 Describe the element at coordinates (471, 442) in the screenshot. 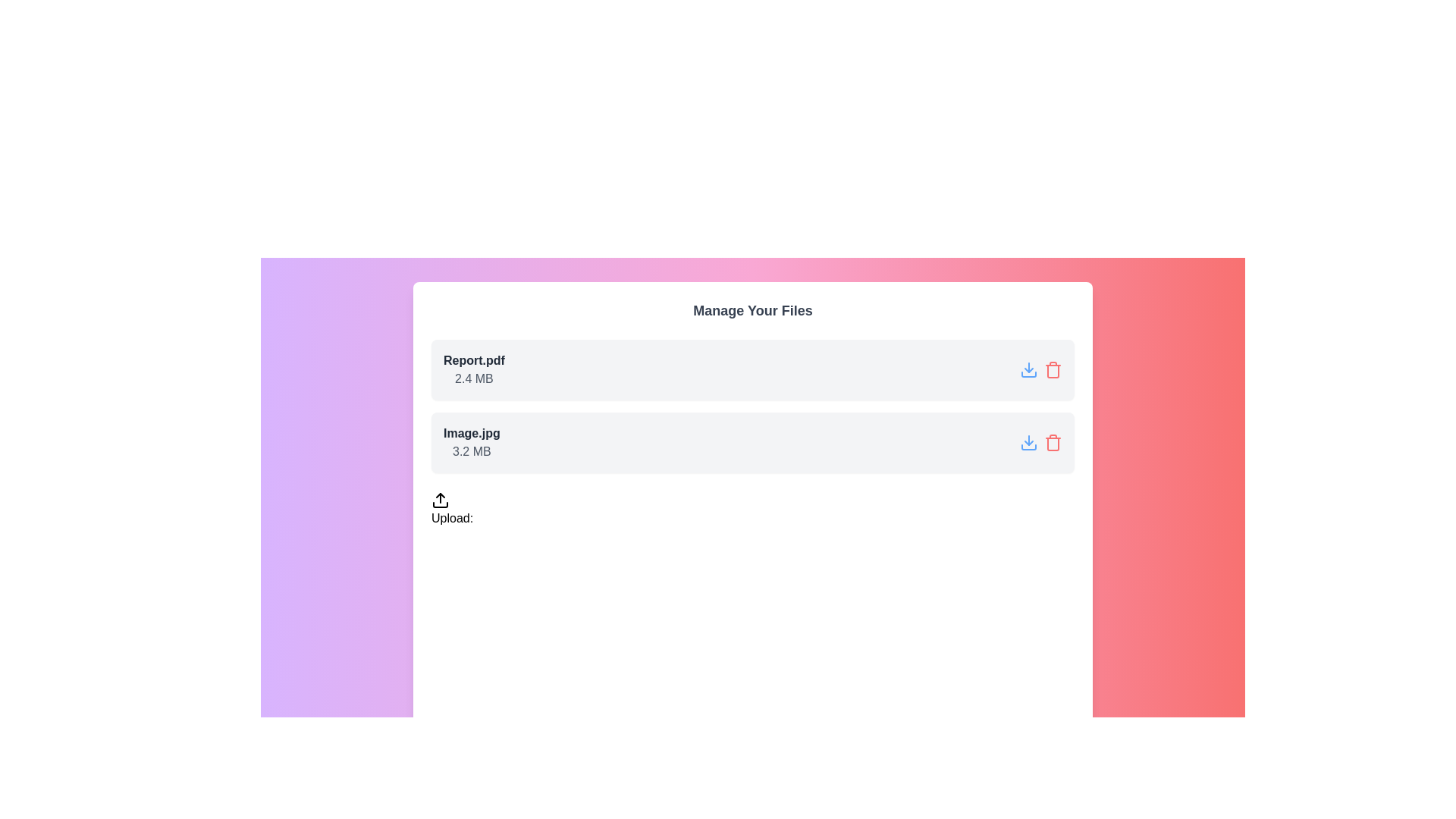

I see `the text display element showing 'Image.jpg' and '3.2 MB'` at that location.